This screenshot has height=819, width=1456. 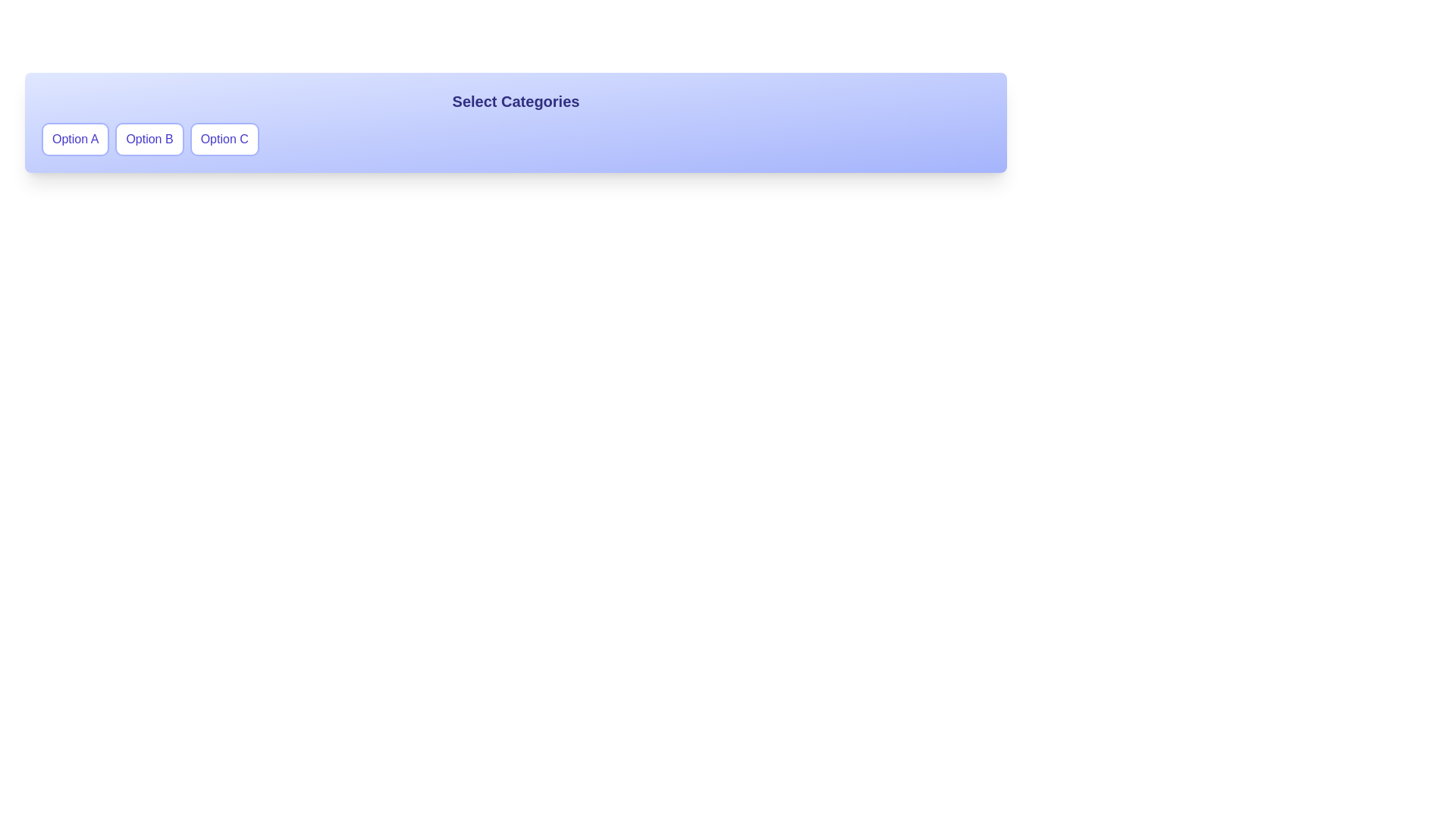 I want to click on the button labeled Option B to observe any visual change, so click(x=149, y=140).